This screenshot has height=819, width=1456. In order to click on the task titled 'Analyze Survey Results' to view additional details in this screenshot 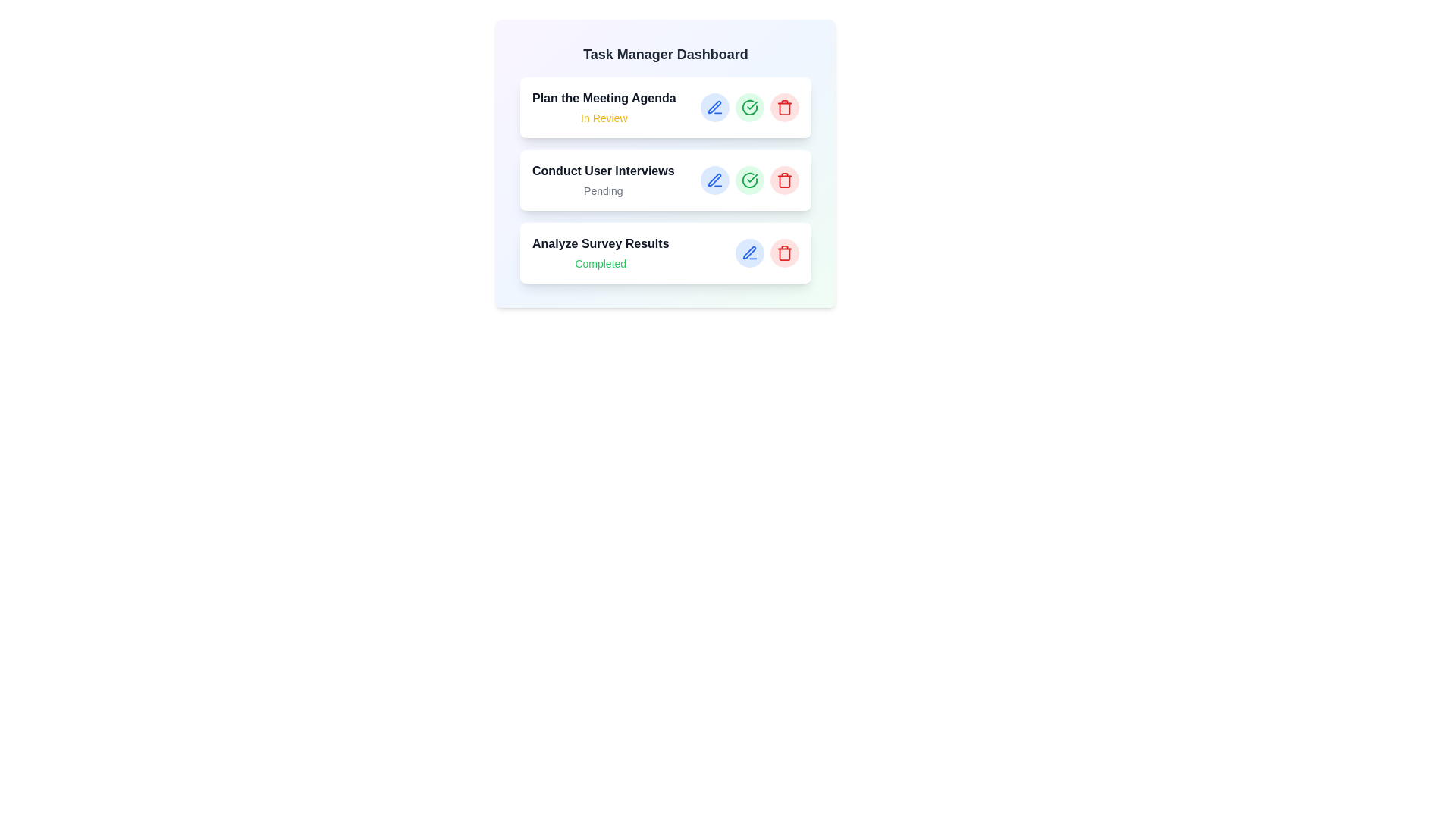, I will do `click(666, 253)`.